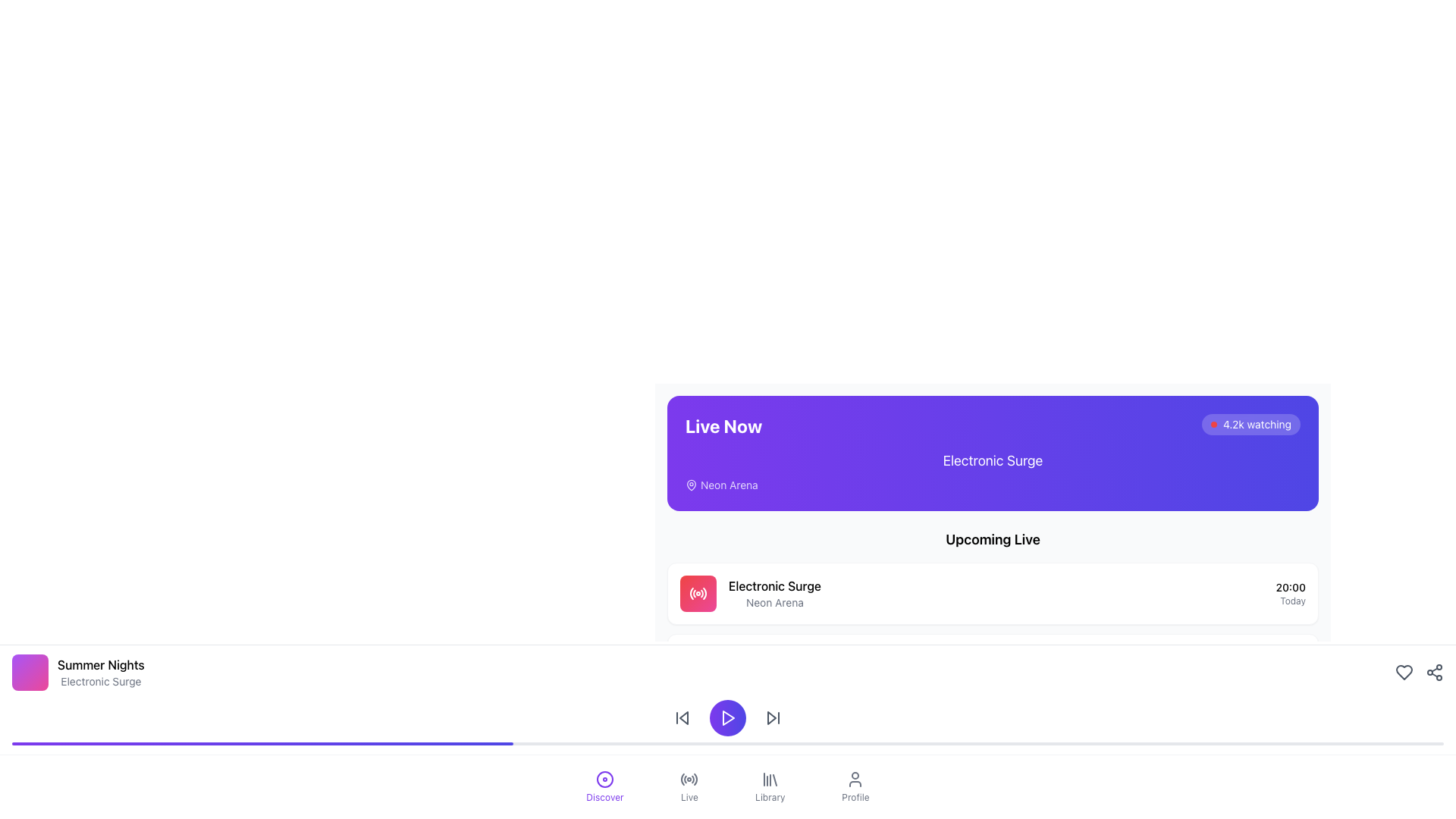  Describe the element at coordinates (855, 786) in the screenshot. I see `the 'Profile' button in the bottom navigation bar, which features a user icon and the text 'Profile'` at that location.